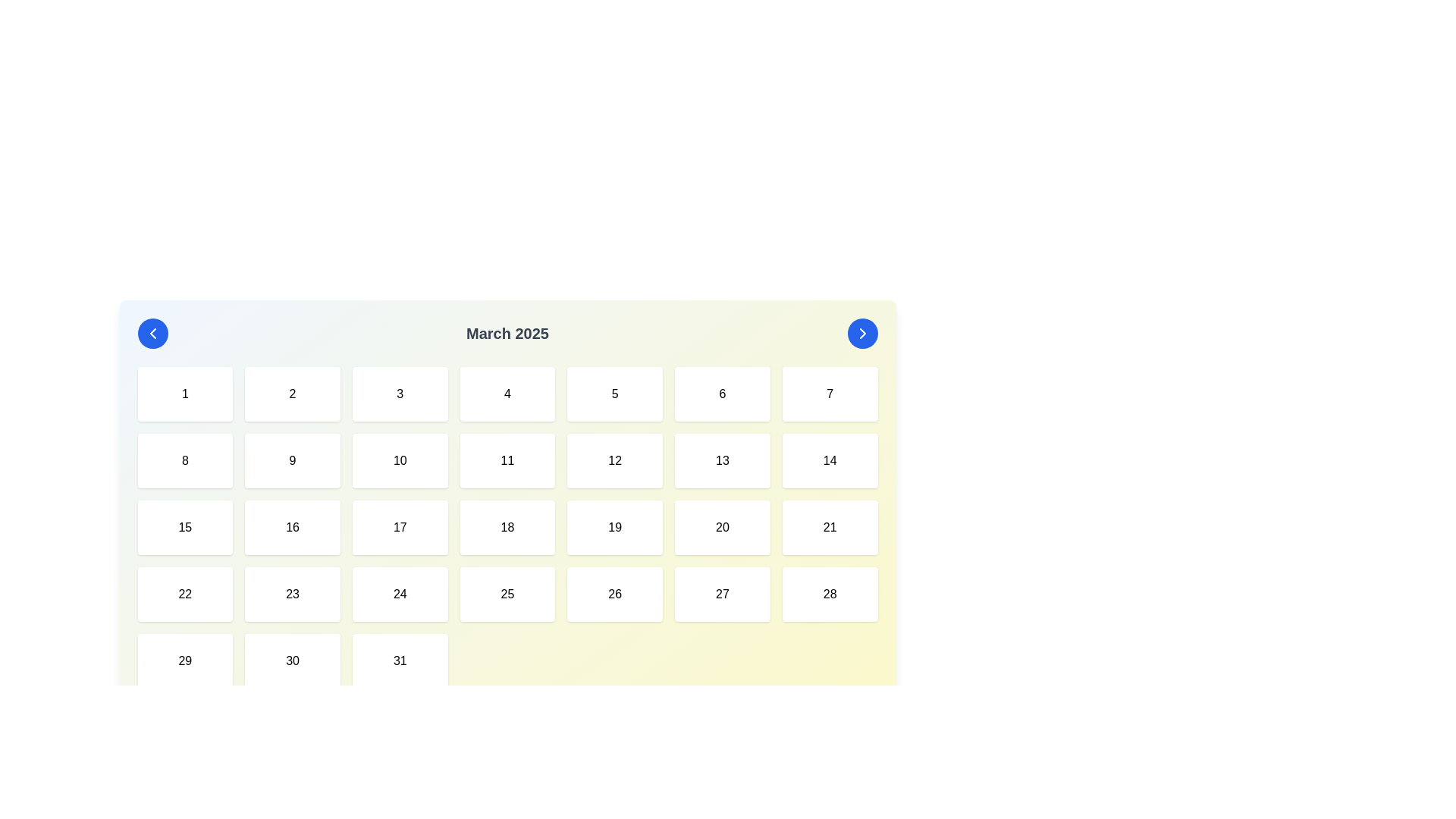  Describe the element at coordinates (829, 526) in the screenshot. I see `the button-like date selection component displaying '21'` at that location.